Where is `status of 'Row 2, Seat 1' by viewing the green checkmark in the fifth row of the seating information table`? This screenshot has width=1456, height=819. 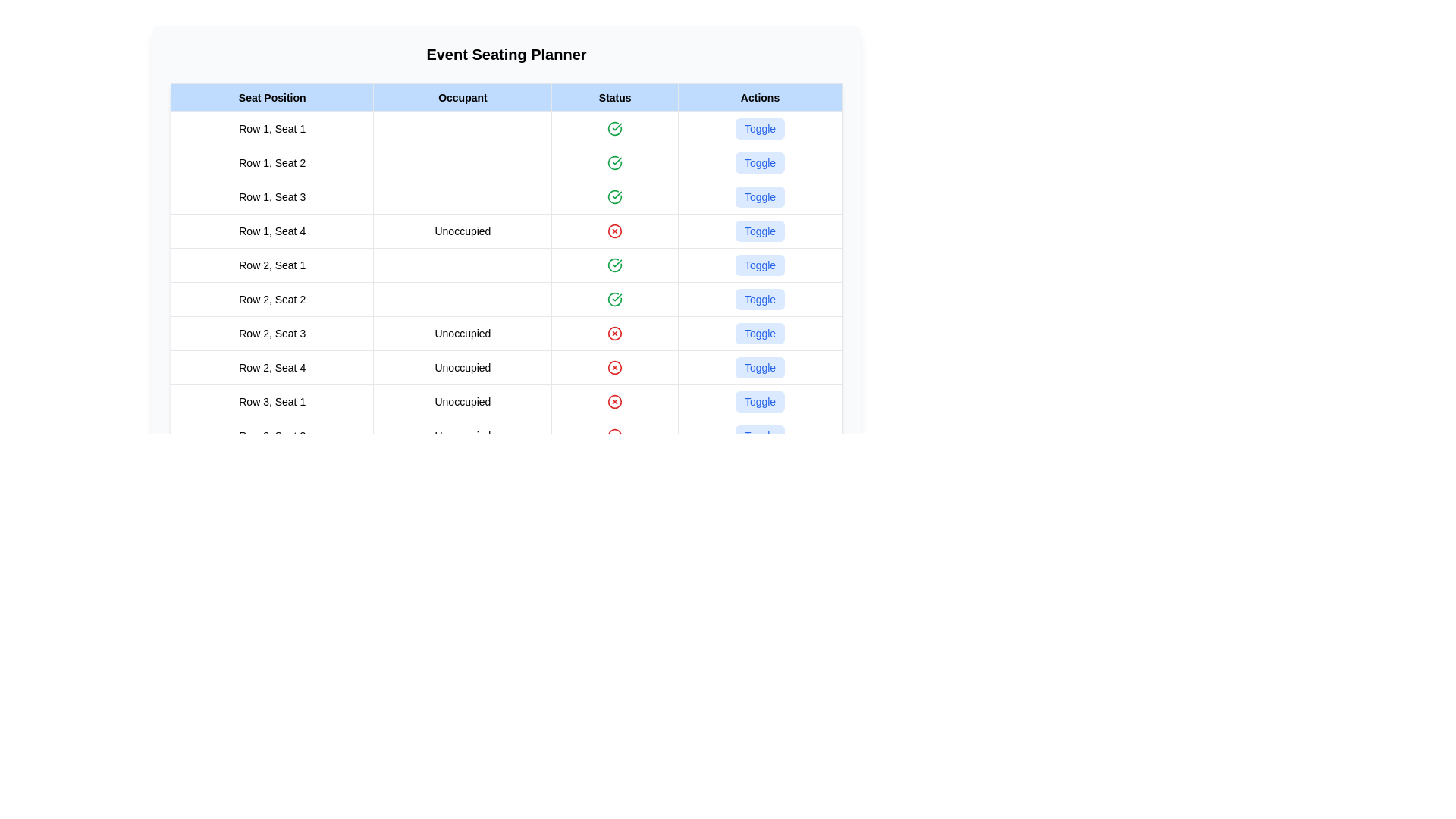 status of 'Row 2, Seat 1' by viewing the green checkmark in the fifth row of the seating information table is located at coordinates (506, 265).